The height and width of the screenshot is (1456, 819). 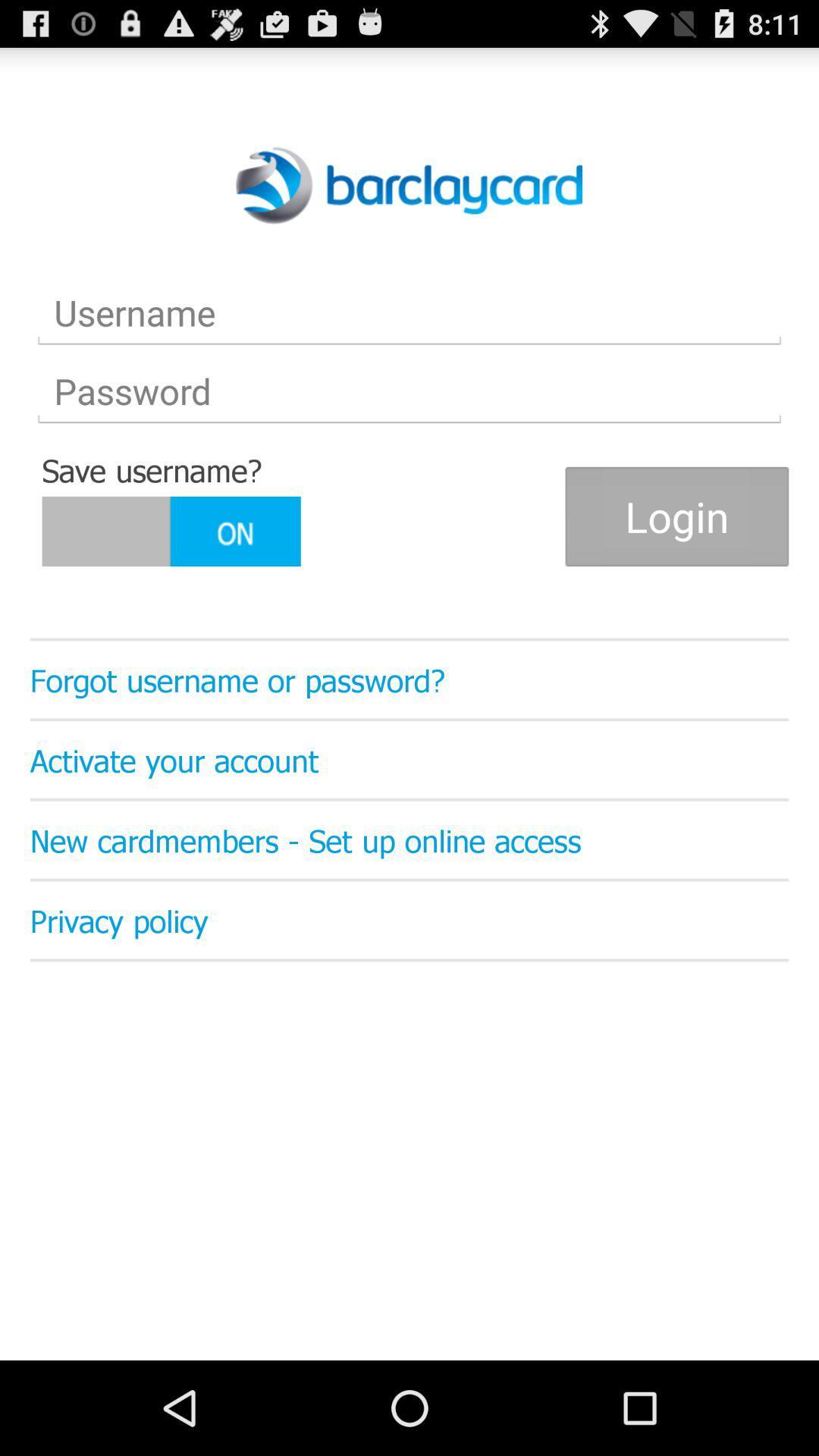 What do you see at coordinates (409, 919) in the screenshot?
I see `the privacy policy icon` at bounding box center [409, 919].